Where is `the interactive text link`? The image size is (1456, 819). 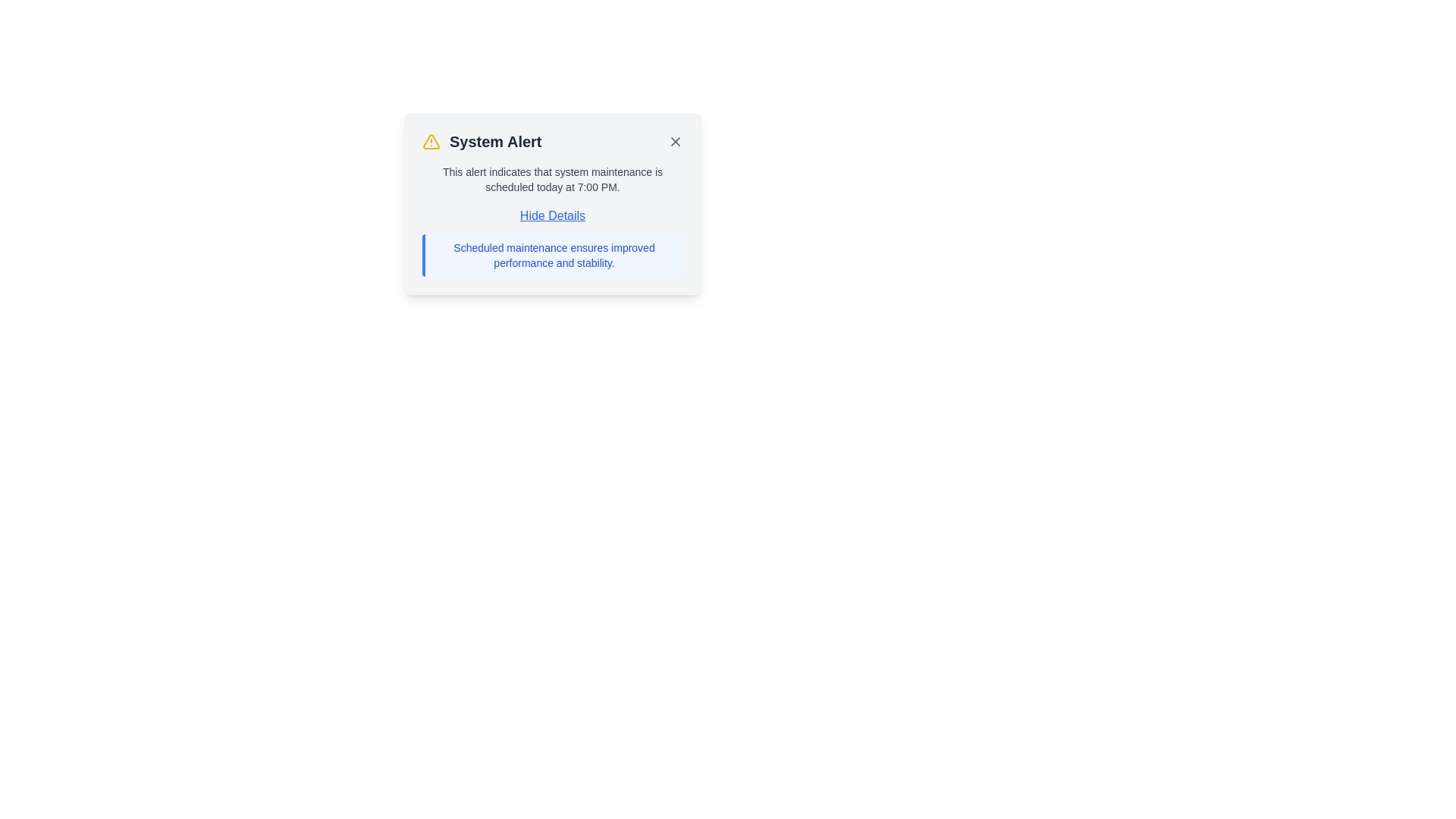 the interactive text link is located at coordinates (552, 216).